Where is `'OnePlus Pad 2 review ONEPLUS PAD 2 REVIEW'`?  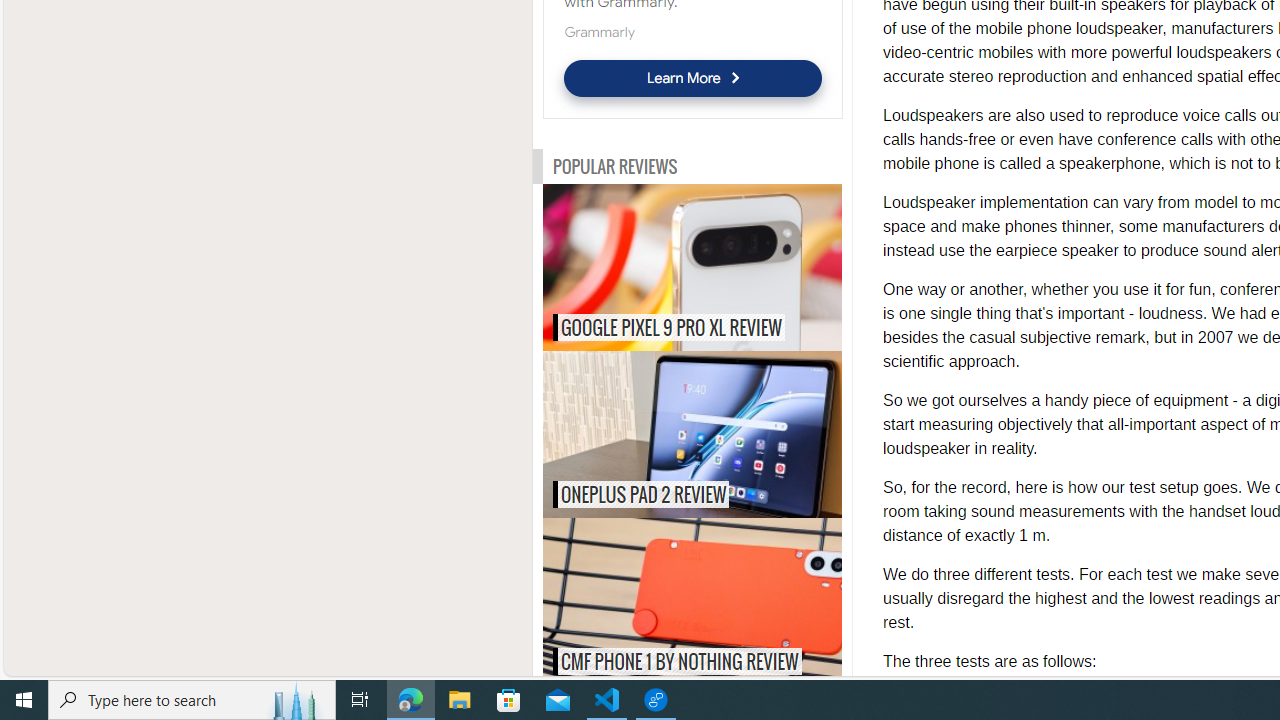
'OnePlus Pad 2 review ONEPLUS PAD 2 REVIEW' is located at coordinates (692, 433).